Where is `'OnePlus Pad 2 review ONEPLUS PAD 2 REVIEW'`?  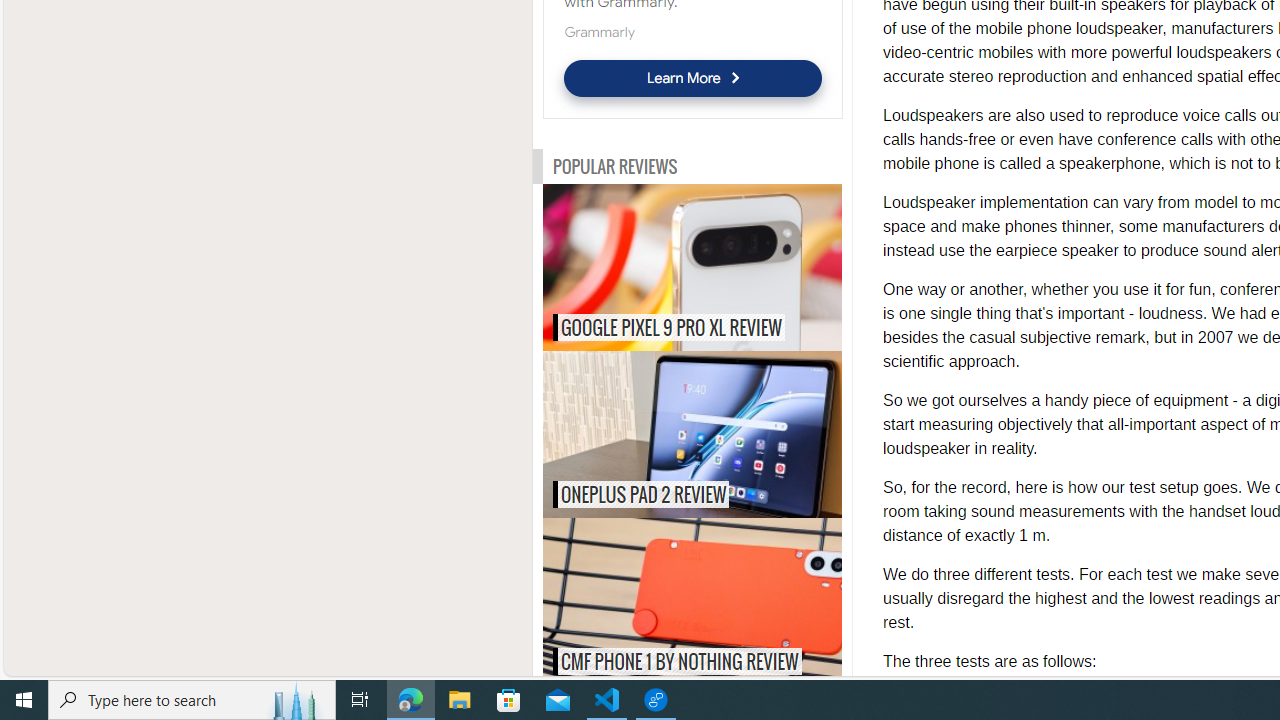
'OnePlus Pad 2 review ONEPLUS PAD 2 REVIEW' is located at coordinates (692, 433).